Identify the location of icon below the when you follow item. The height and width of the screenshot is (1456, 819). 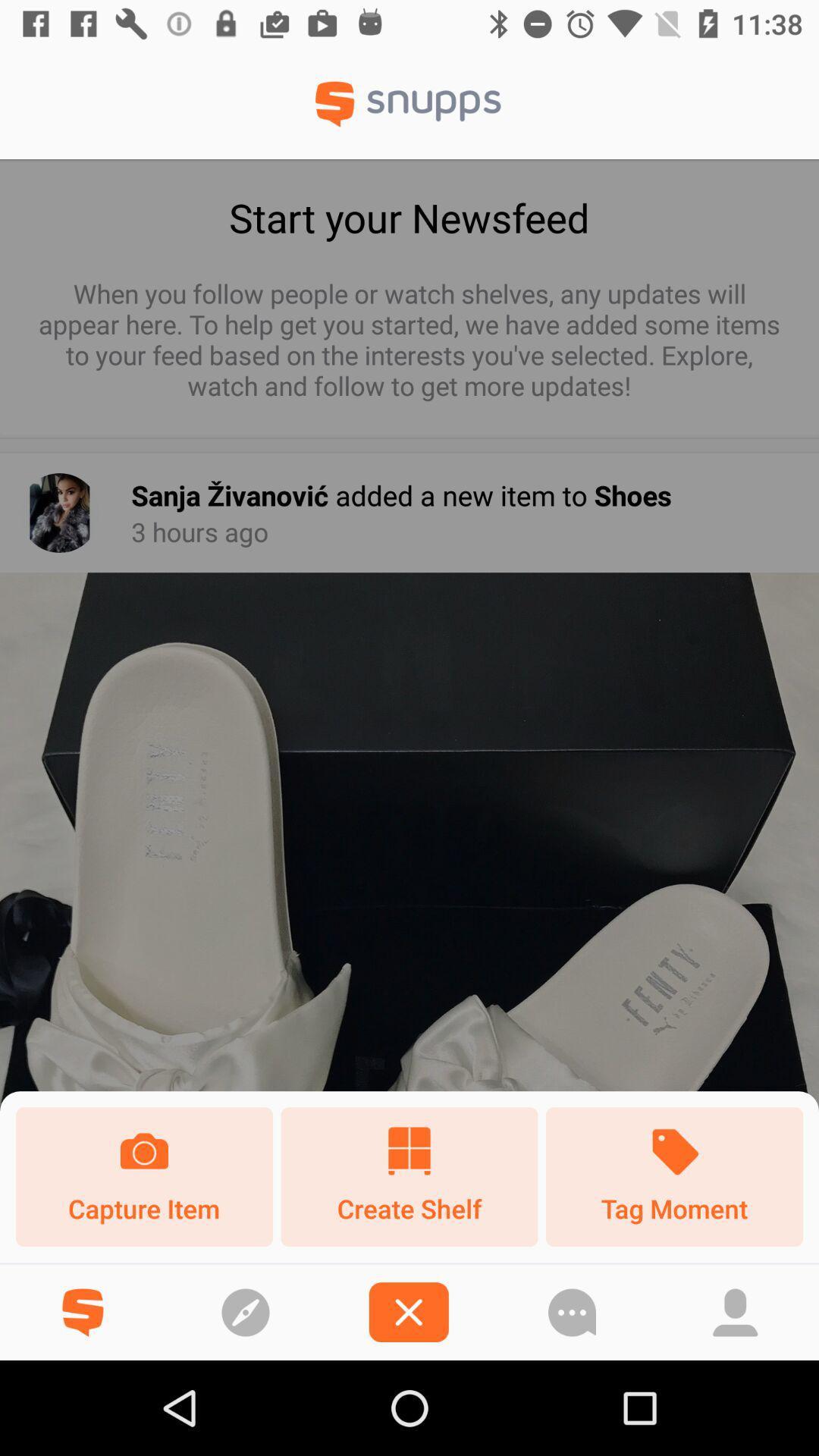
(58, 513).